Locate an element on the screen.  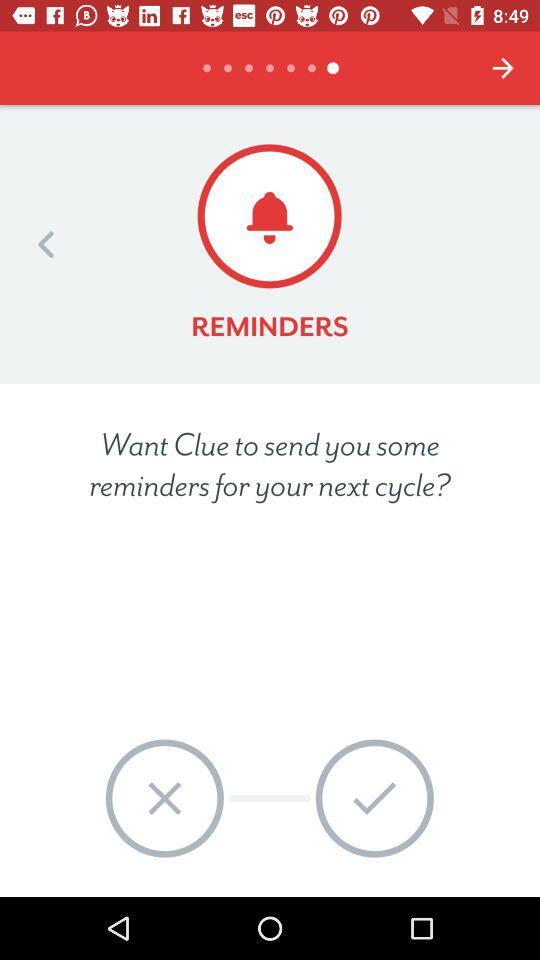
the arrow_backward icon is located at coordinates (46, 243).